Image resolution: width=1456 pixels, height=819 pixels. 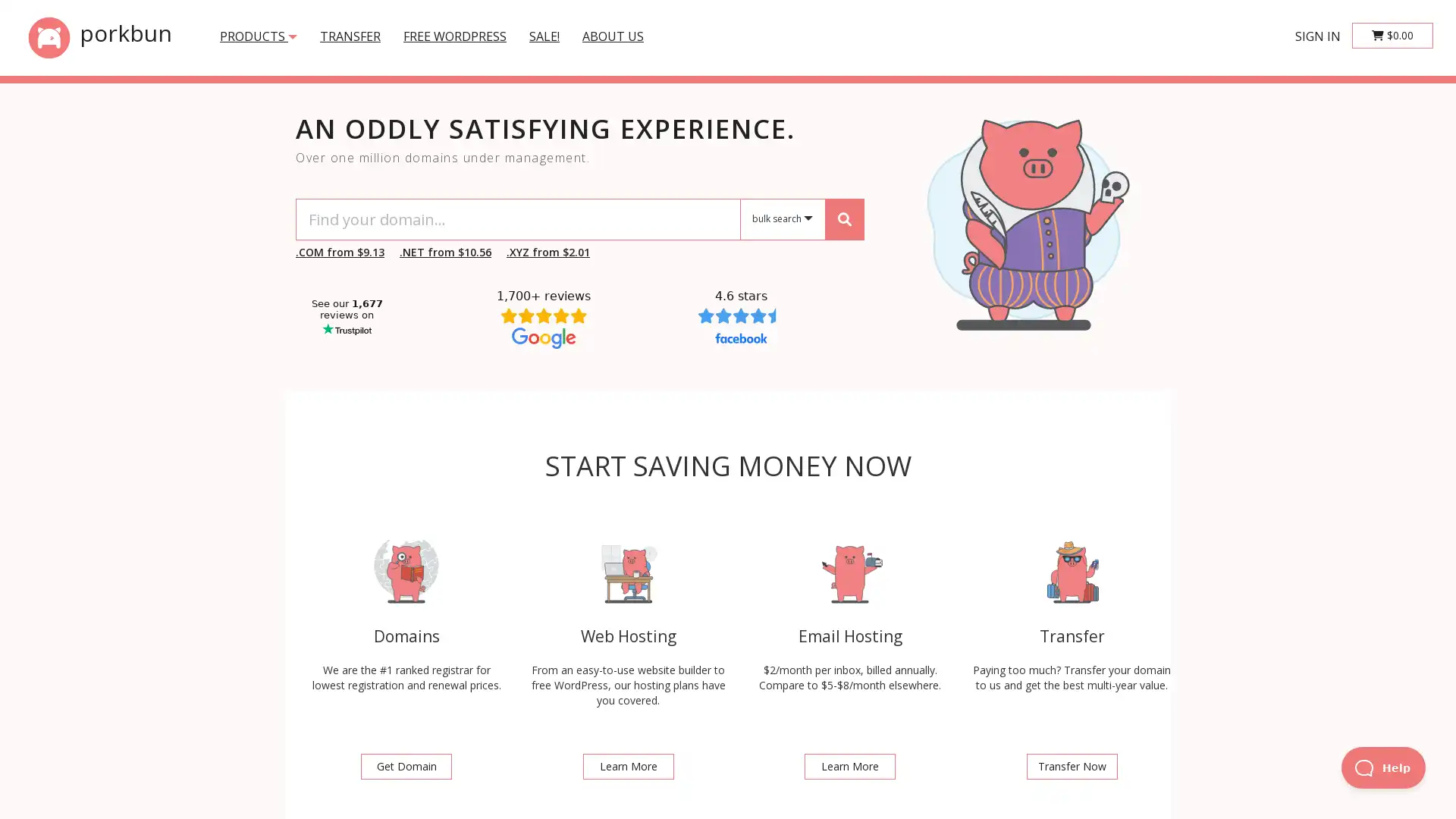 What do you see at coordinates (843, 218) in the screenshot?
I see `submit search` at bounding box center [843, 218].